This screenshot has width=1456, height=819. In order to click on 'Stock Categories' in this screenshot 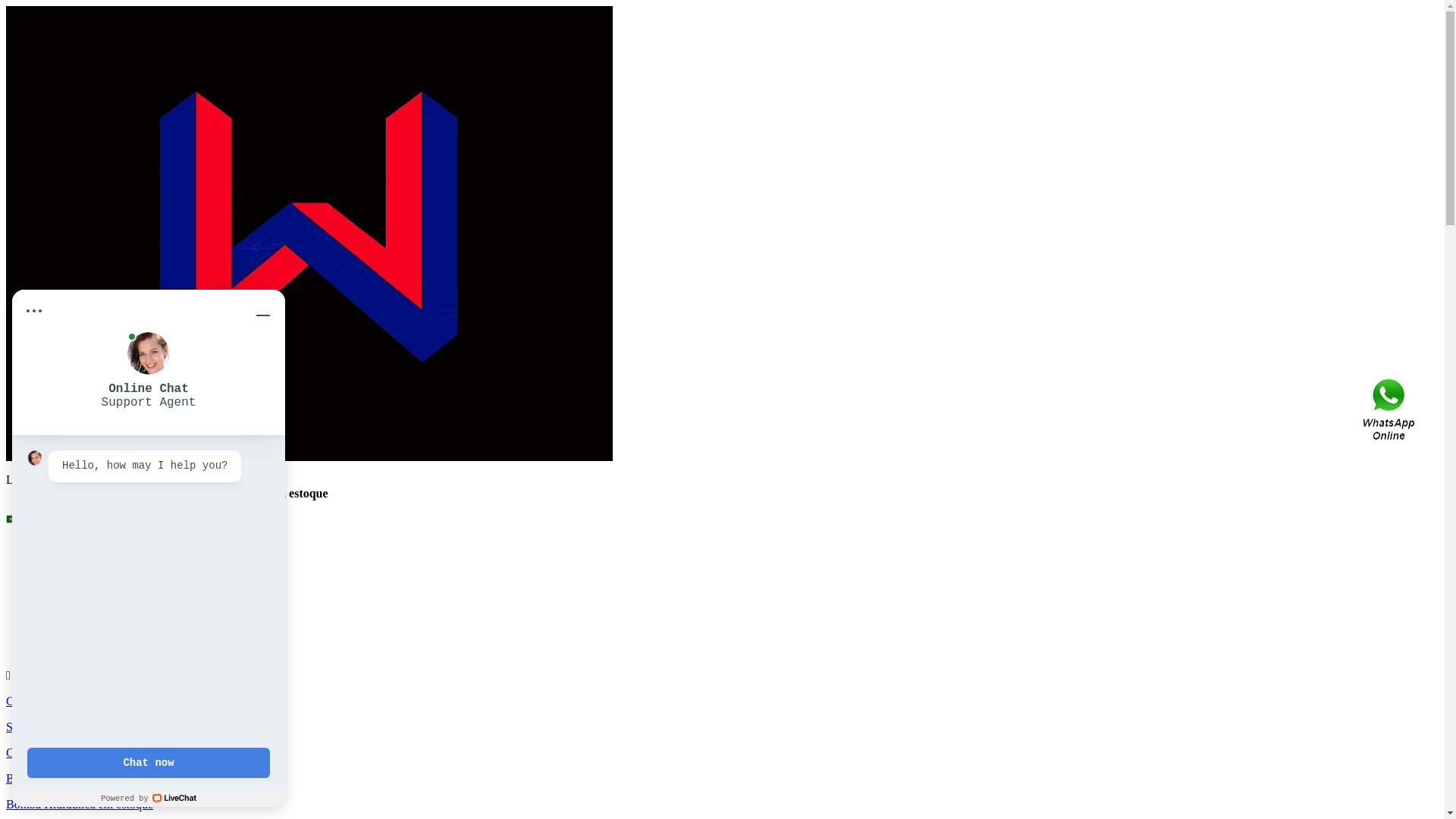, I will do `click(47, 726)`.